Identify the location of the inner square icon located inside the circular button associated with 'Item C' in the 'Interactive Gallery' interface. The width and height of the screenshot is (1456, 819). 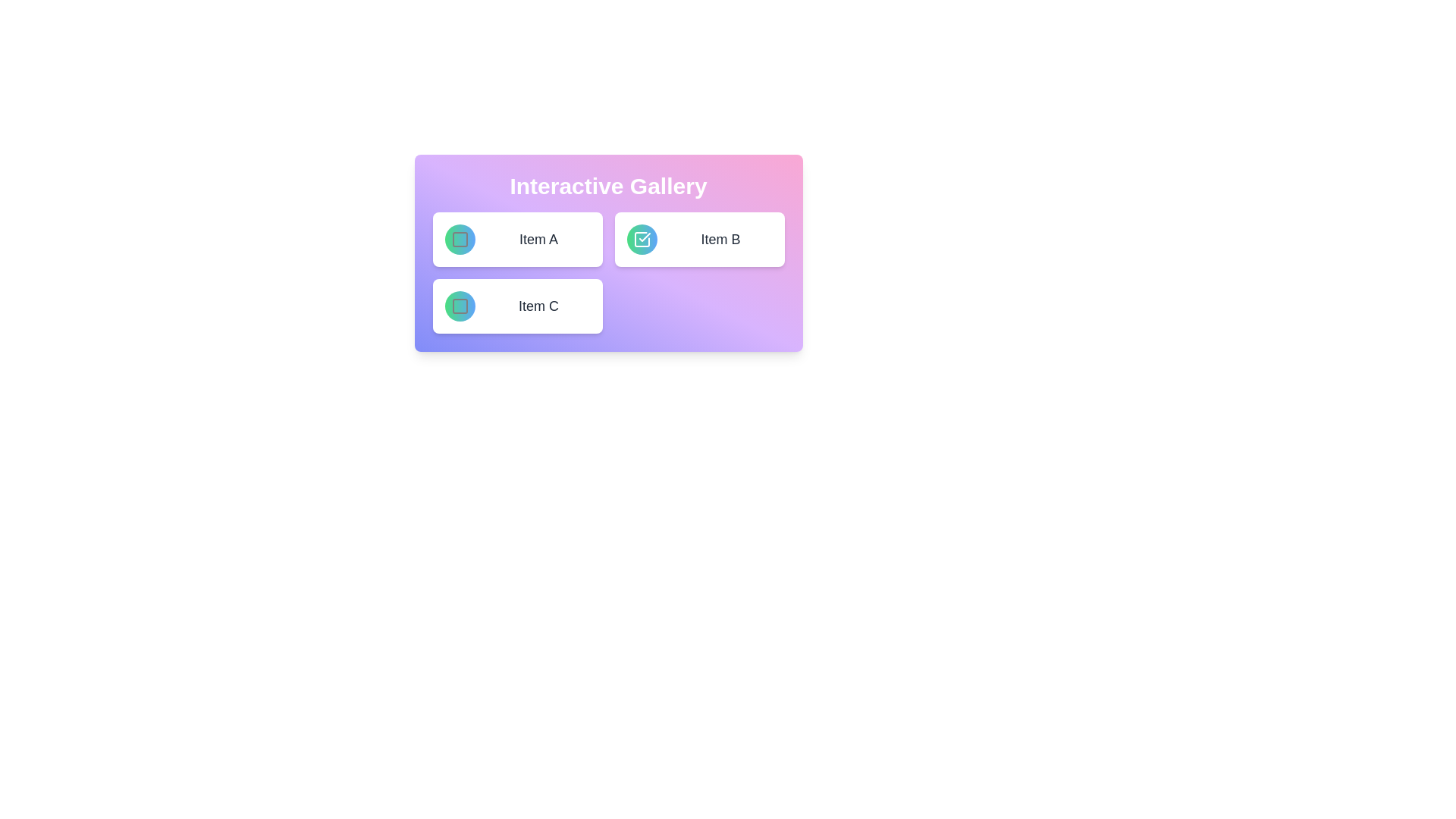
(459, 306).